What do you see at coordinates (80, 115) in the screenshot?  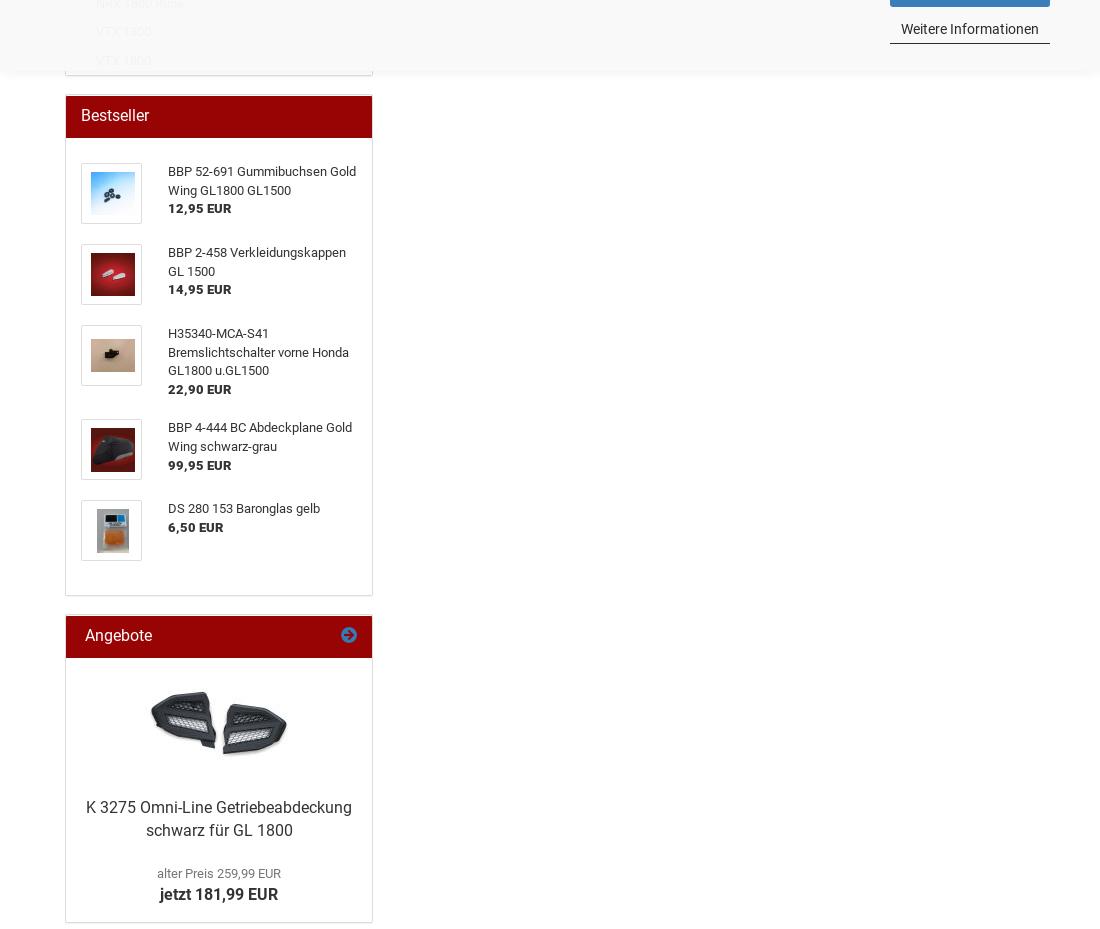 I see `'Bestseller'` at bounding box center [80, 115].